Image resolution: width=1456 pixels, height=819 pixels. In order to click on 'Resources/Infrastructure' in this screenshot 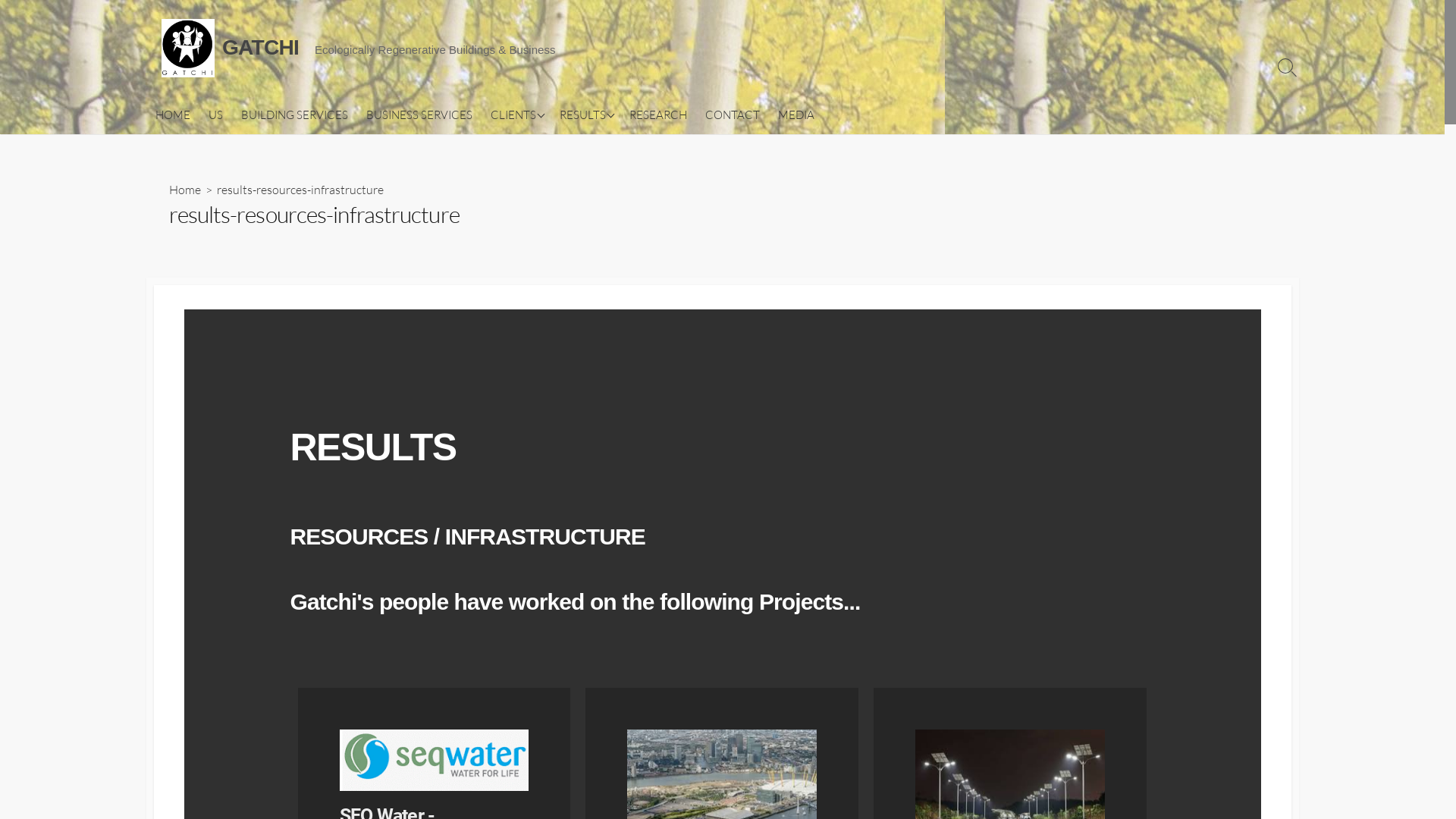, I will do `click(556, 222)`.